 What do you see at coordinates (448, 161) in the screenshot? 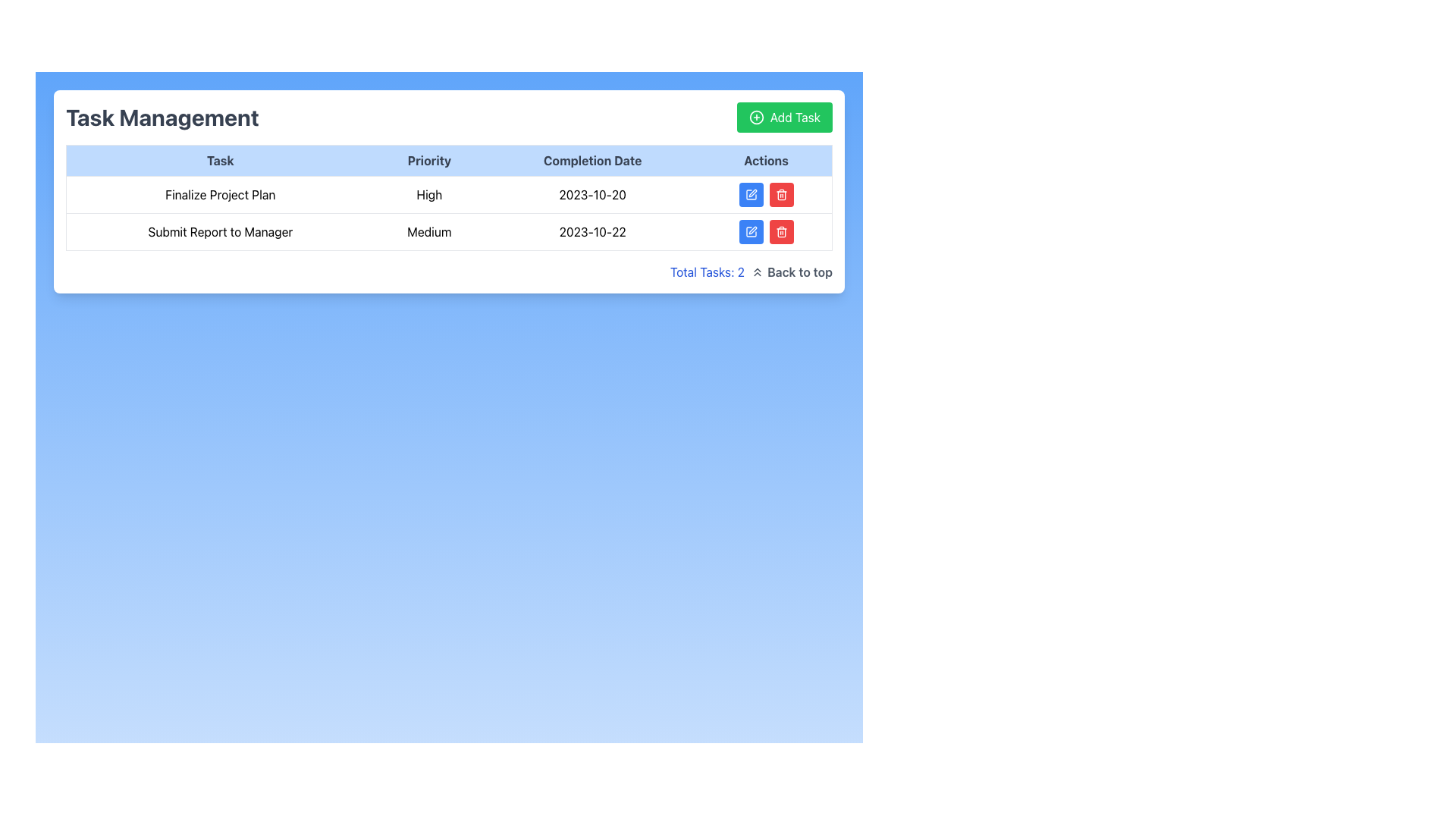
I see `the Table Header Row located below the 'Task Management' header to sort the columns of the task management table` at bounding box center [448, 161].